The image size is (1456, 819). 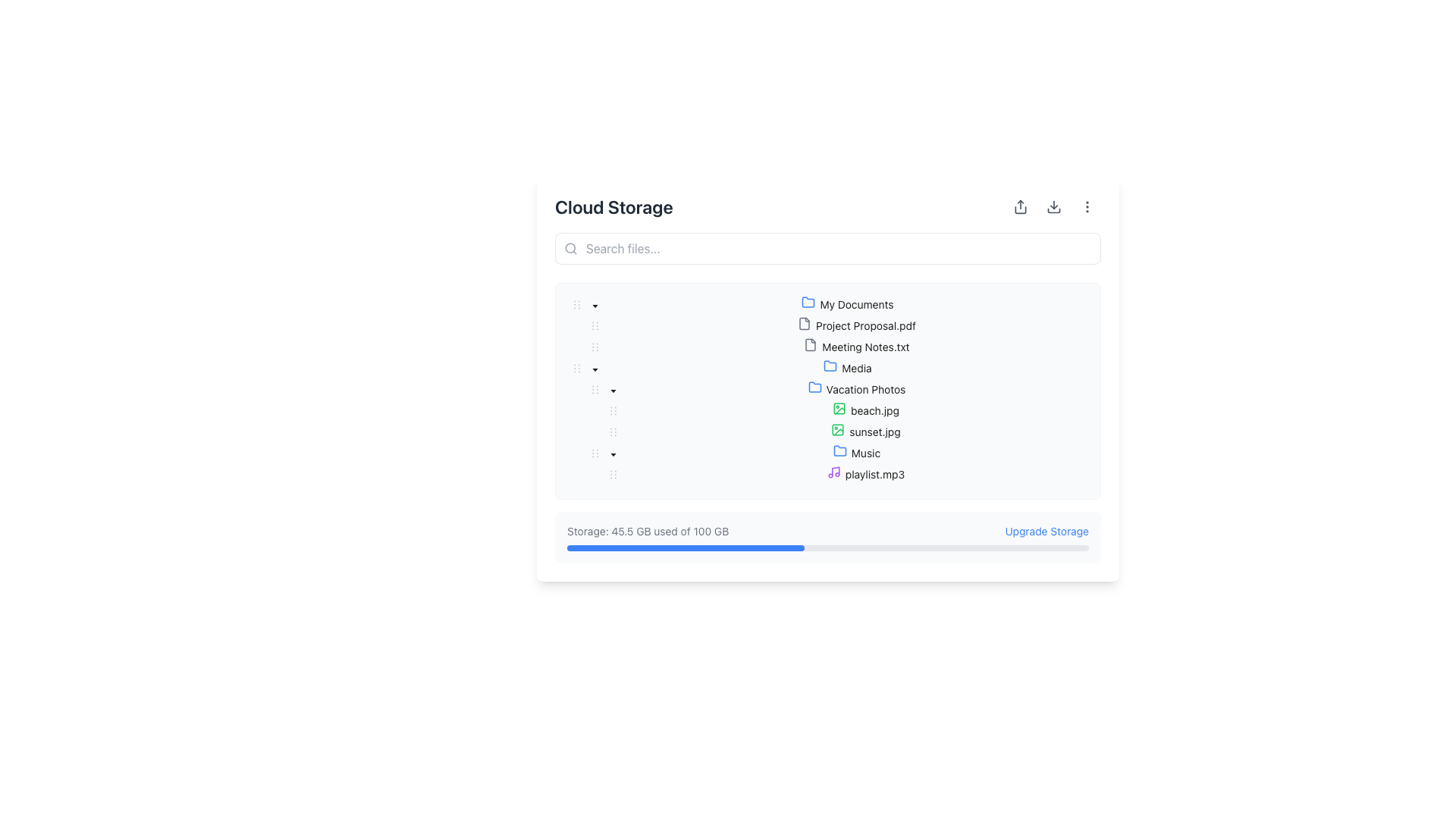 I want to click on the small black downward-facing triangular icon next to the 'Vacation Photos' folder, so click(x=613, y=454).